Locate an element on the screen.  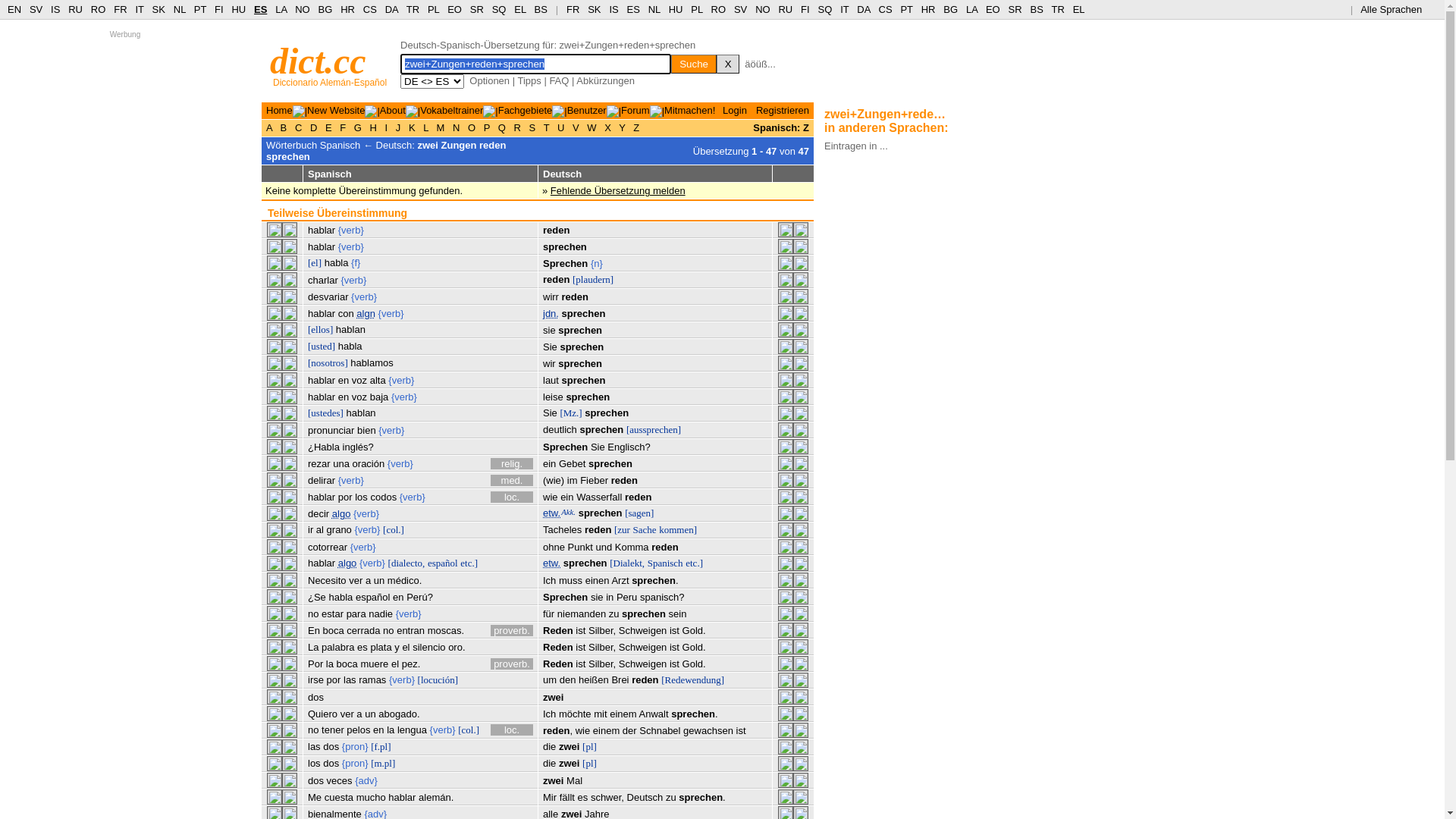
'R' is located at coordinates (517, 127).